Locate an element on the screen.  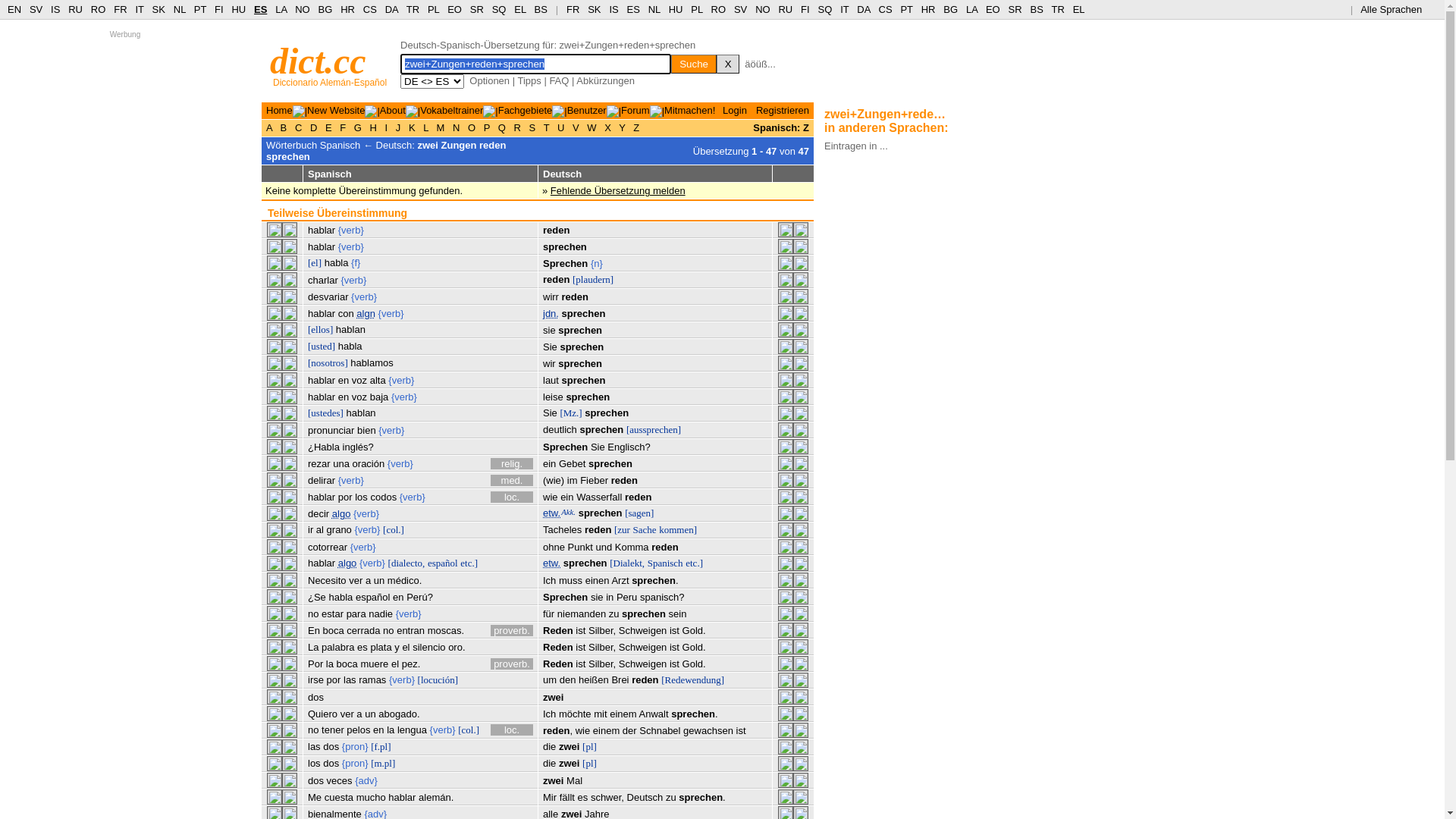
'R' is located at coordinates (517, 127).